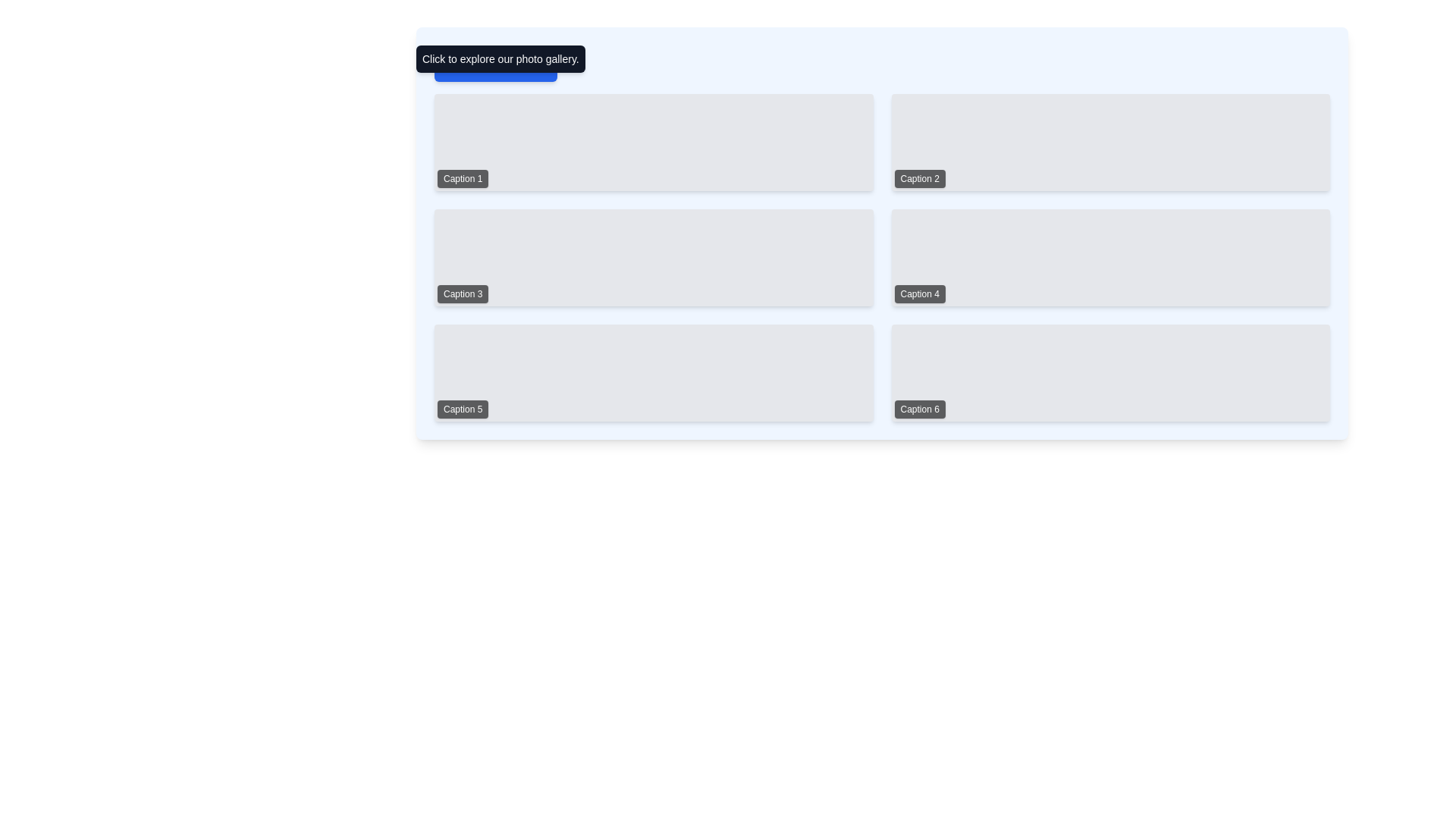 The height and width of the screenshot is (819, 1456). I want to click on the Text Label located at the bottom-left corner of the fifth grid cell, which displays the caption 'Caption 5', so click(462, 409).